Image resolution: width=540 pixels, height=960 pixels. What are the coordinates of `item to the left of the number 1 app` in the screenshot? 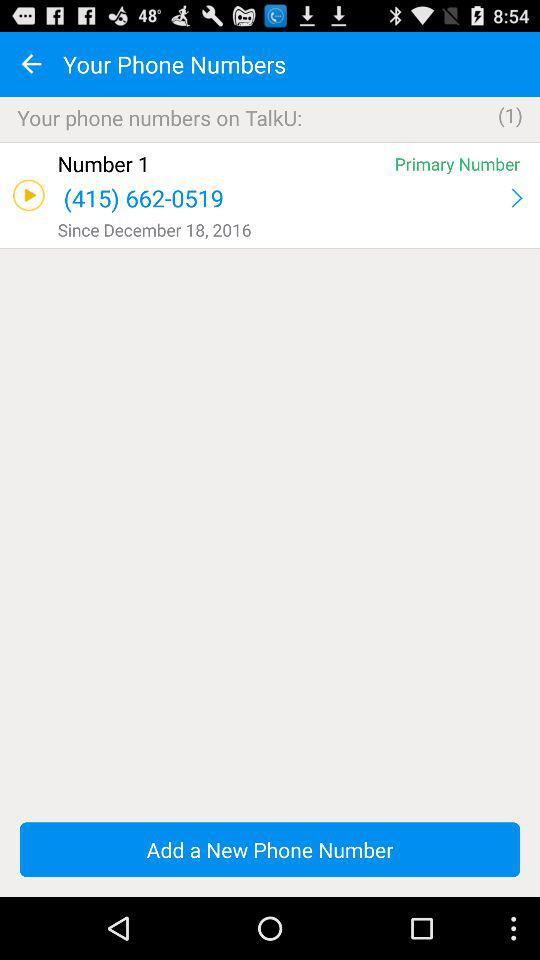 It's located at (27, 195).